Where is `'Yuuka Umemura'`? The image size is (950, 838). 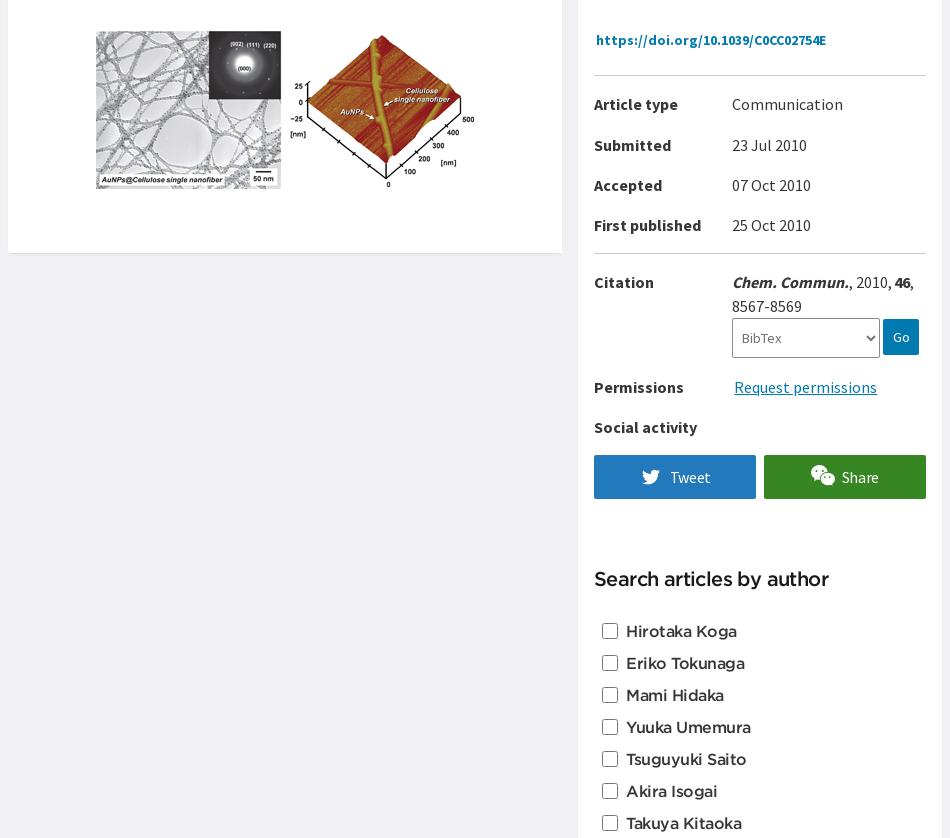 'Yuuka Umemura' is located at coordinates (687, 725).